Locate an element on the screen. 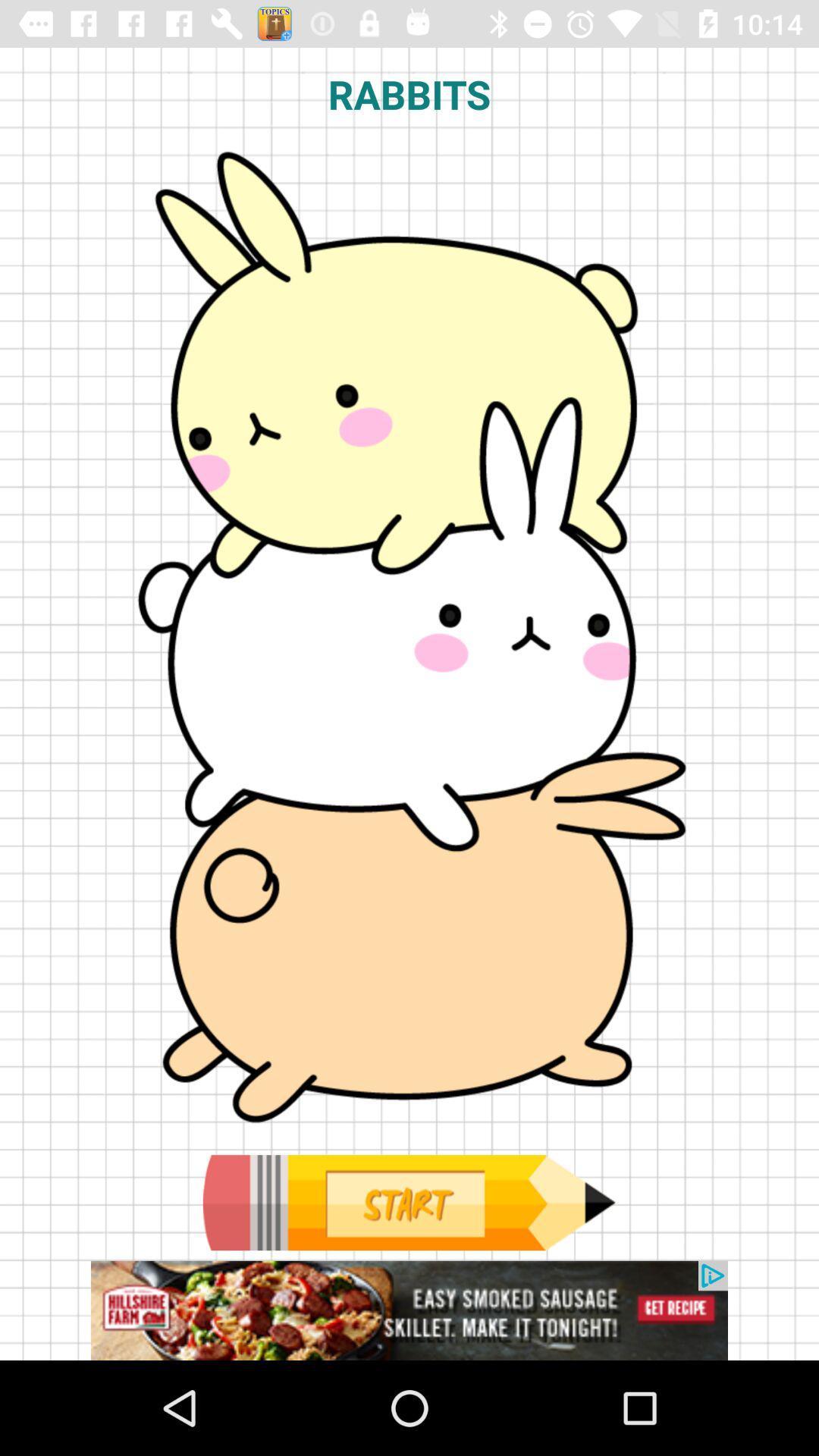  start button is located at coordinates (408, 1202).